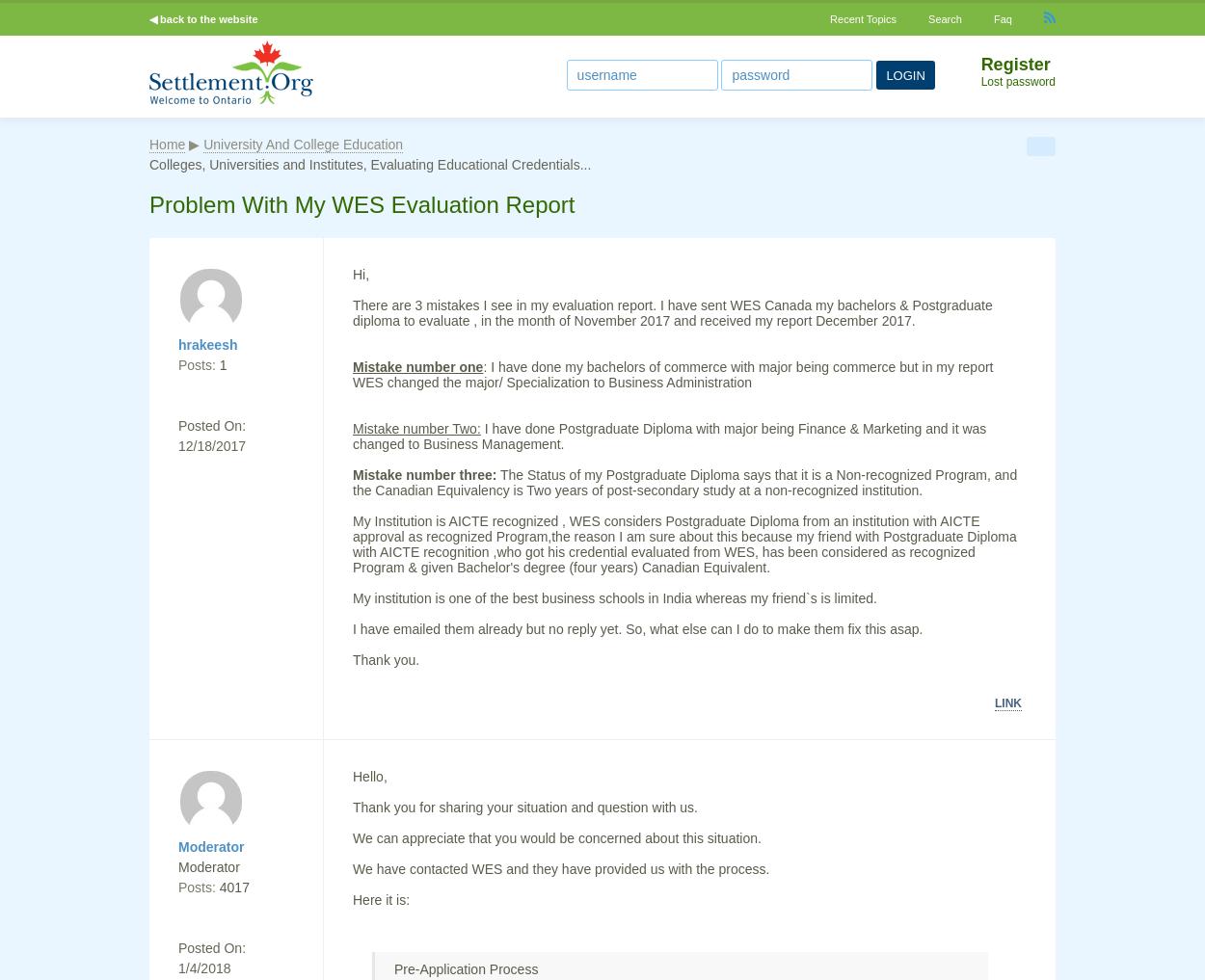 The height and width of the screenshot is (980, 1205). What do you see at coordinates (927, 18) in the screenshot?
I see `'Search'` at bounding box center [927, 18].